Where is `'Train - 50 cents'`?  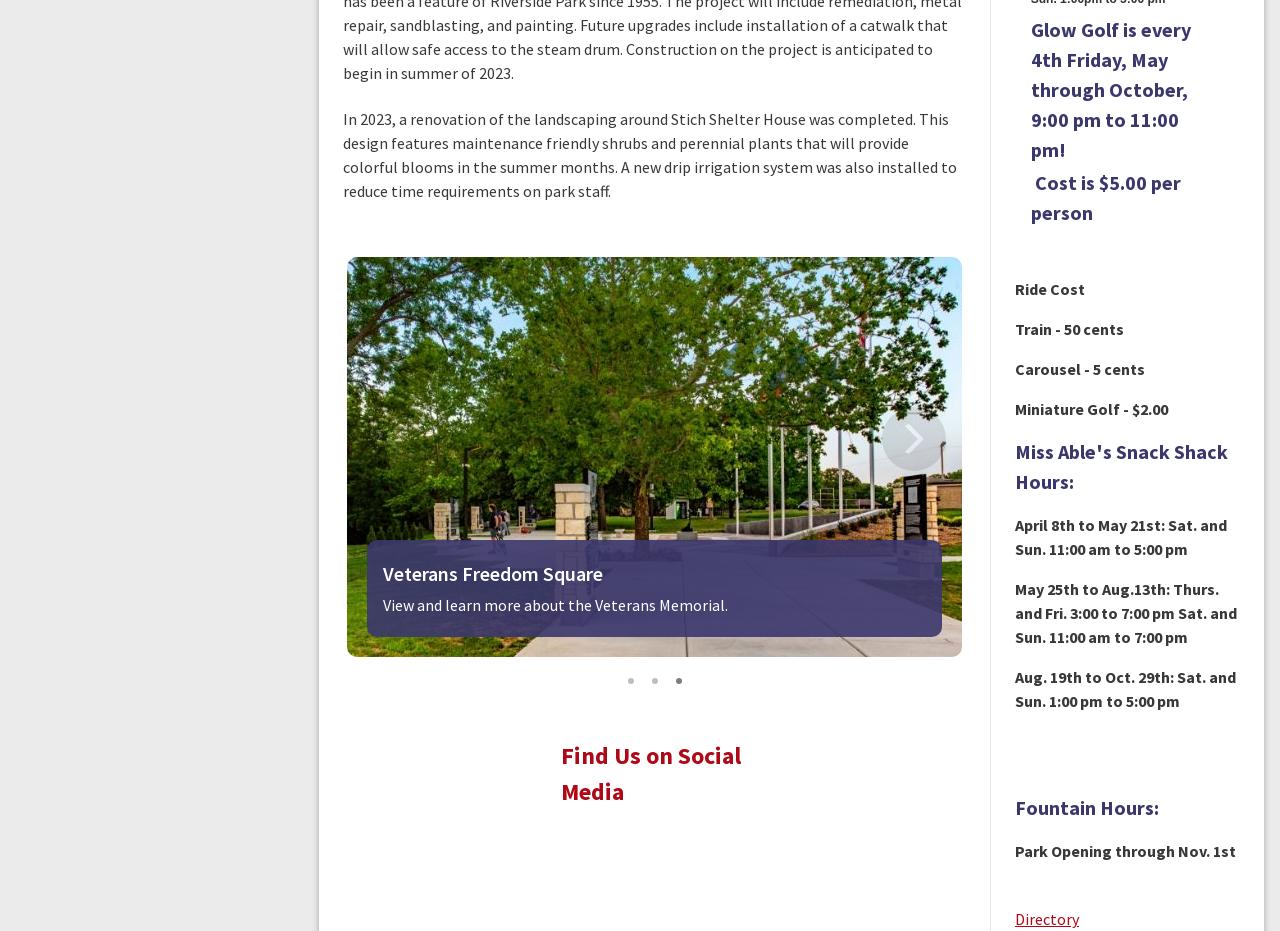 'Train - 50 cents' is located at coordinates (1067, 328).